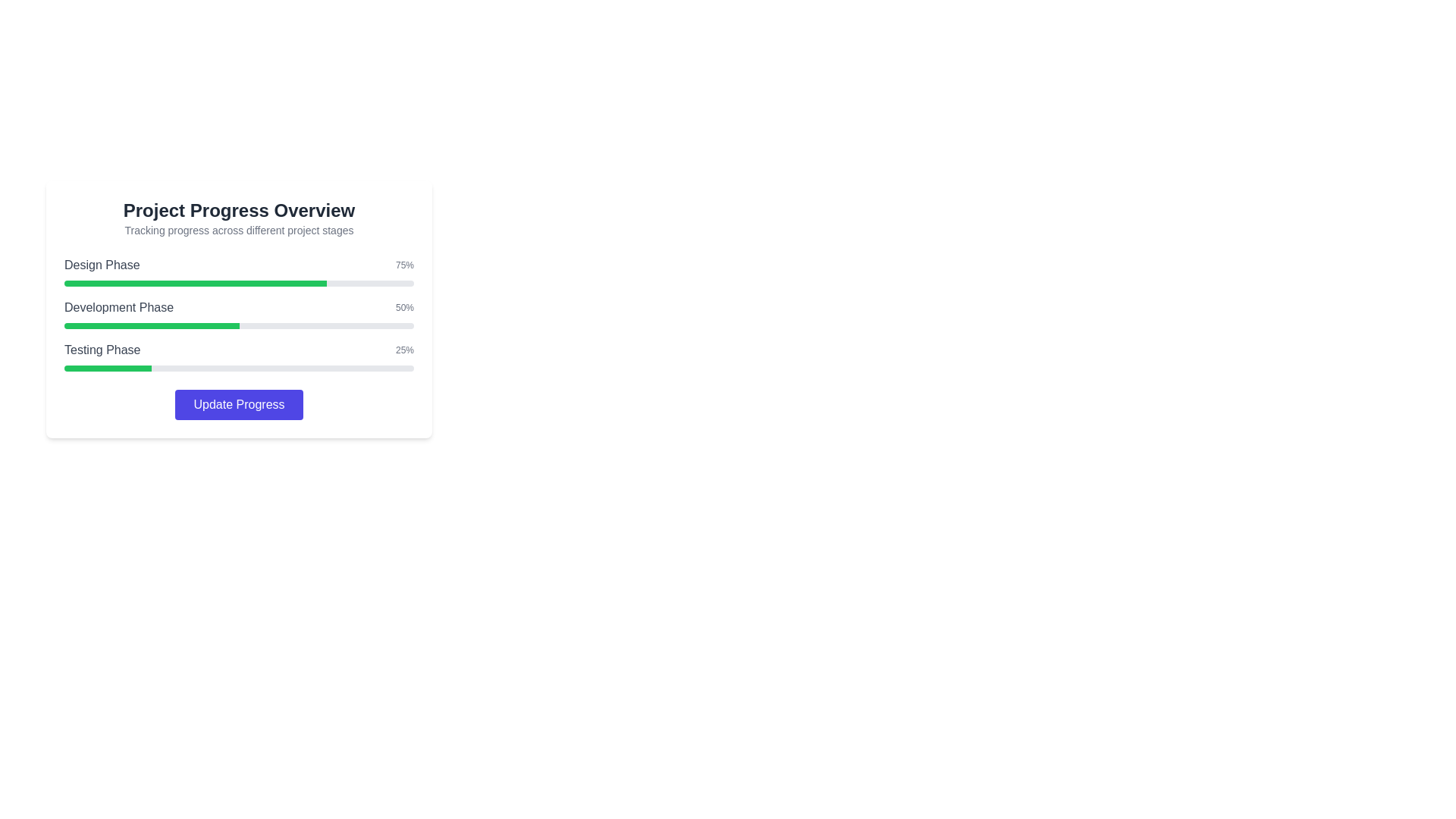  Describe the element at coordinates (102, 350) in the screenshot. I see `the text label displaying 'Testing Phase', which is styled in medium gray and positioned to the left of the progress bar and percentage label` at that location.